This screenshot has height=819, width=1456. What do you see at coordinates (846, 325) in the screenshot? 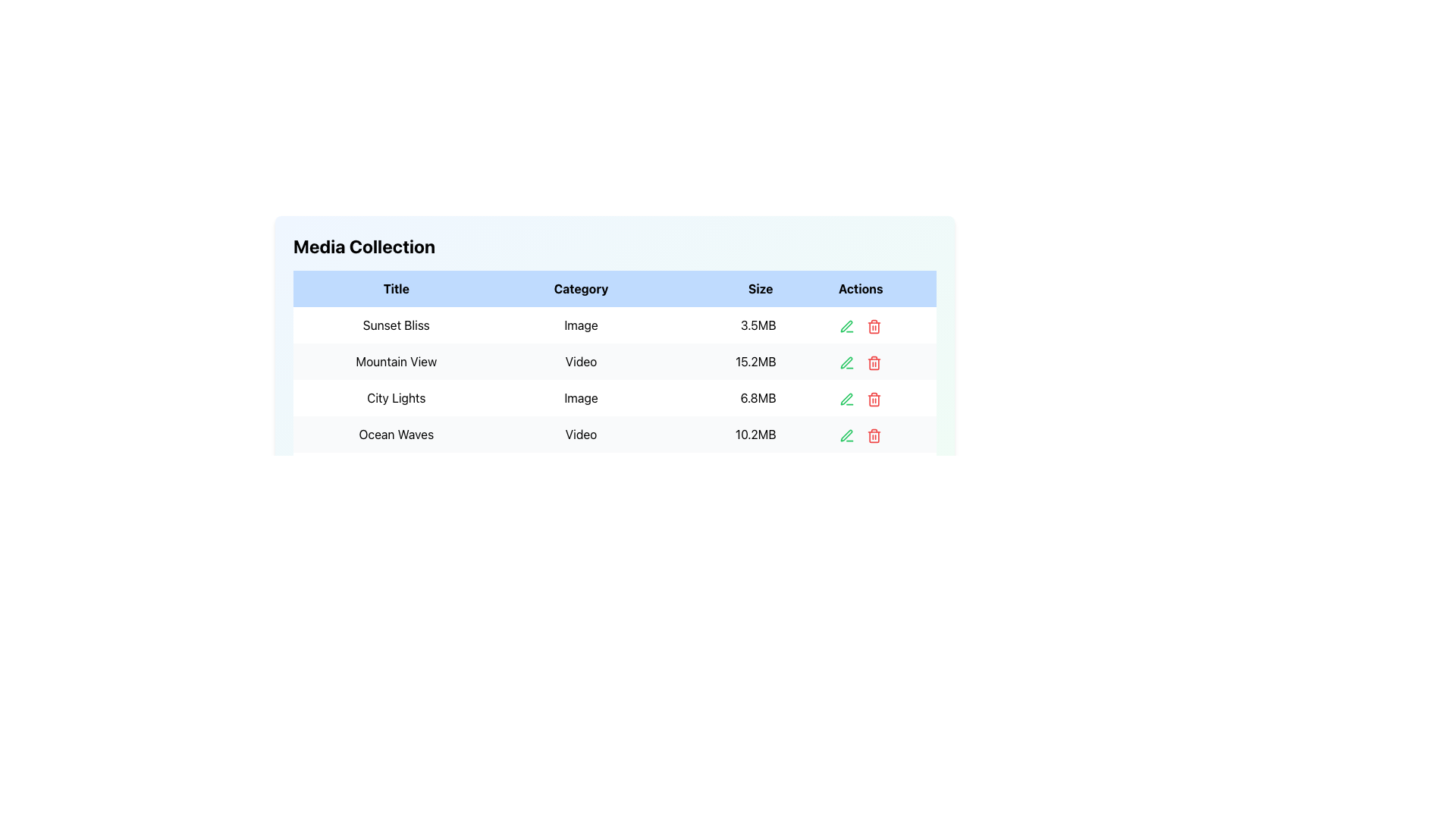
I see `the green pen icon located in the 'Actions' column of the second row of the data table to initiate editing` at bounding box center [846, 325].